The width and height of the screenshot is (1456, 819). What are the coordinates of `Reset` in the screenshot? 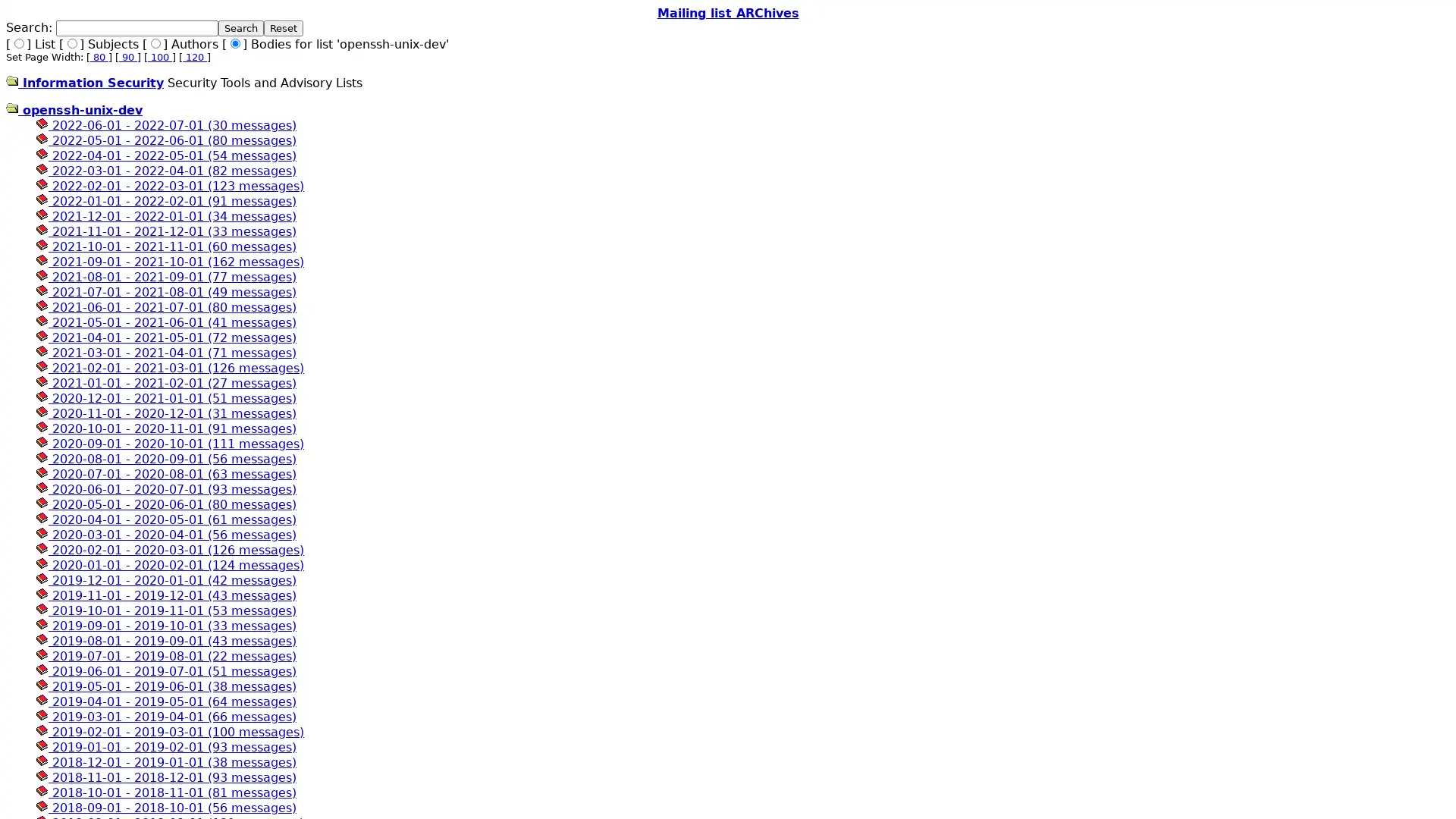 It's located at (284, 28).